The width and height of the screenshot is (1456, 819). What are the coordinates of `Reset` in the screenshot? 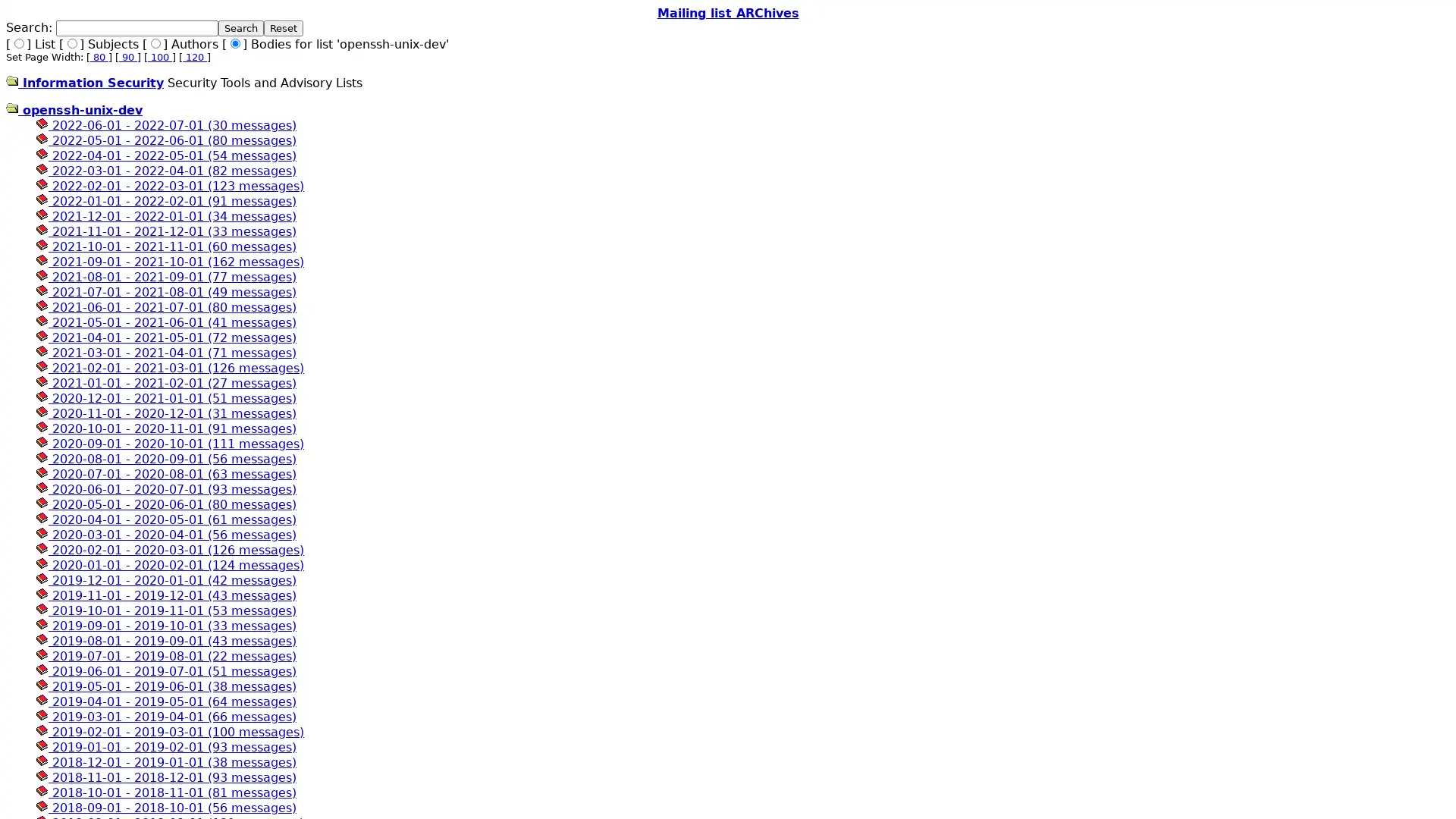 It's located at (284, 28).